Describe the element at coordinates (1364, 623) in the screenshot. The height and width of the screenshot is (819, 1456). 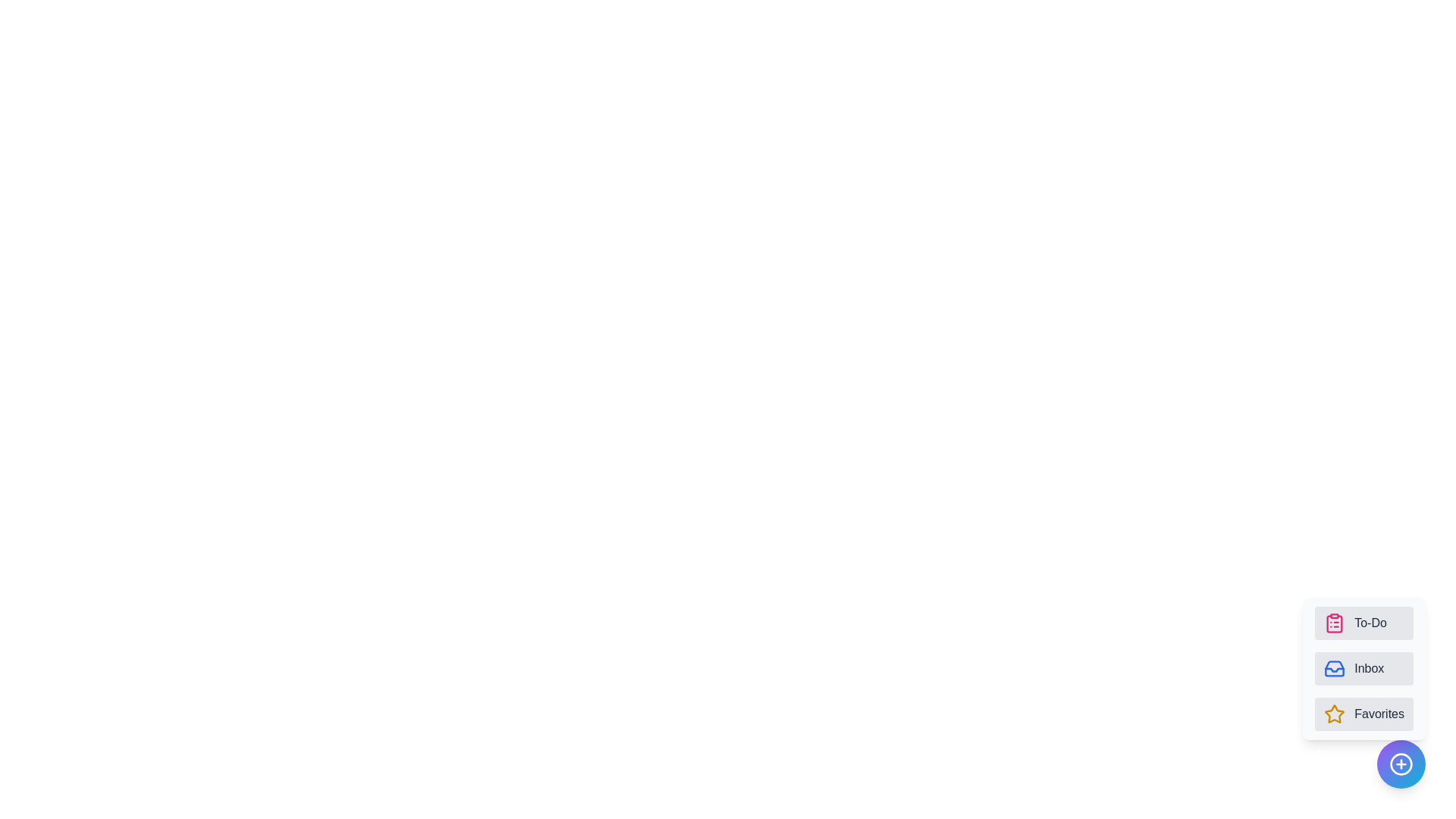
I see `the 'To-Do' button to select the category` at that location.